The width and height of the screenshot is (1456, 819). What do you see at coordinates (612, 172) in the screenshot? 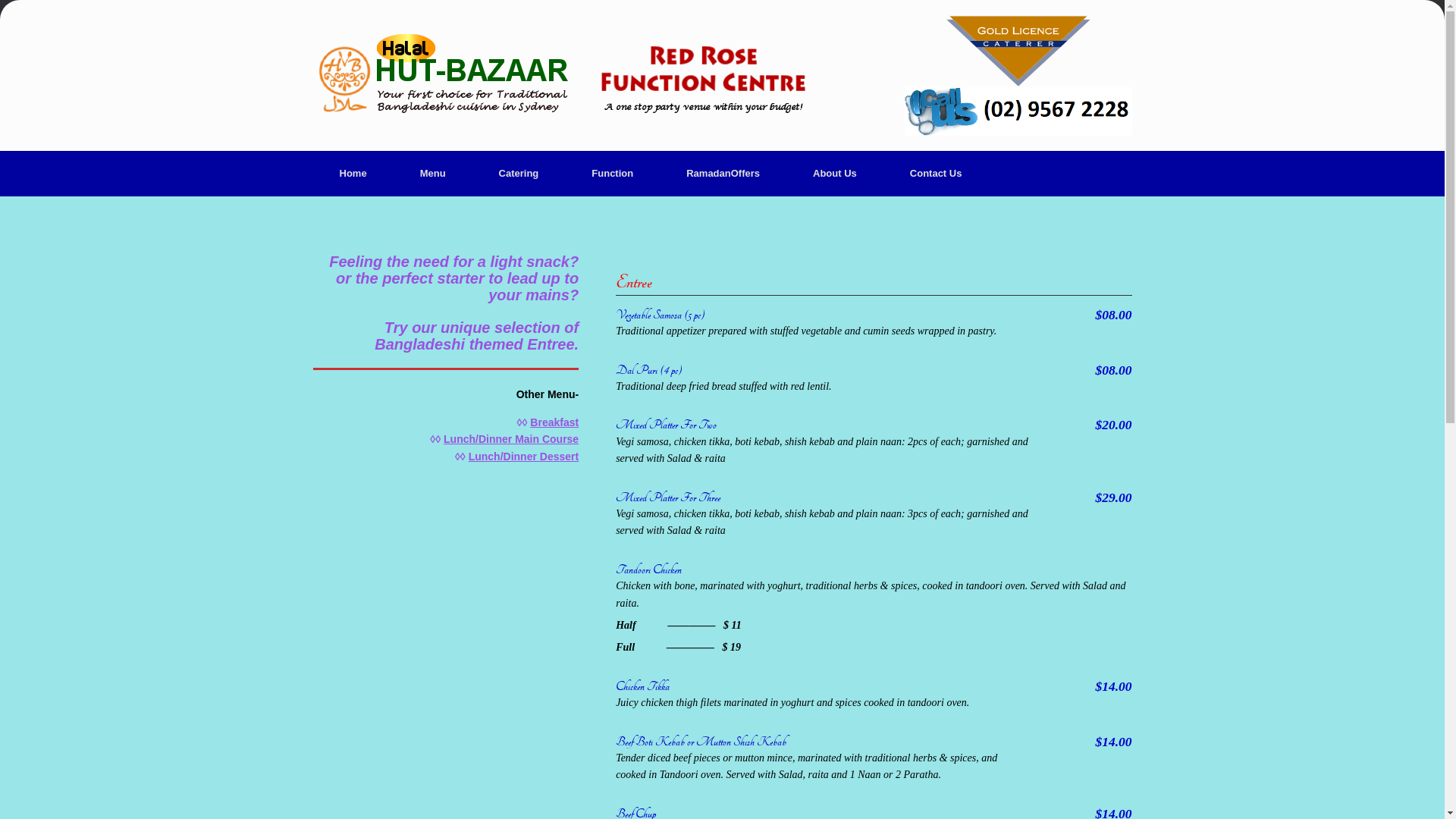
I see `'Function'` at bounding box center [612, 172].